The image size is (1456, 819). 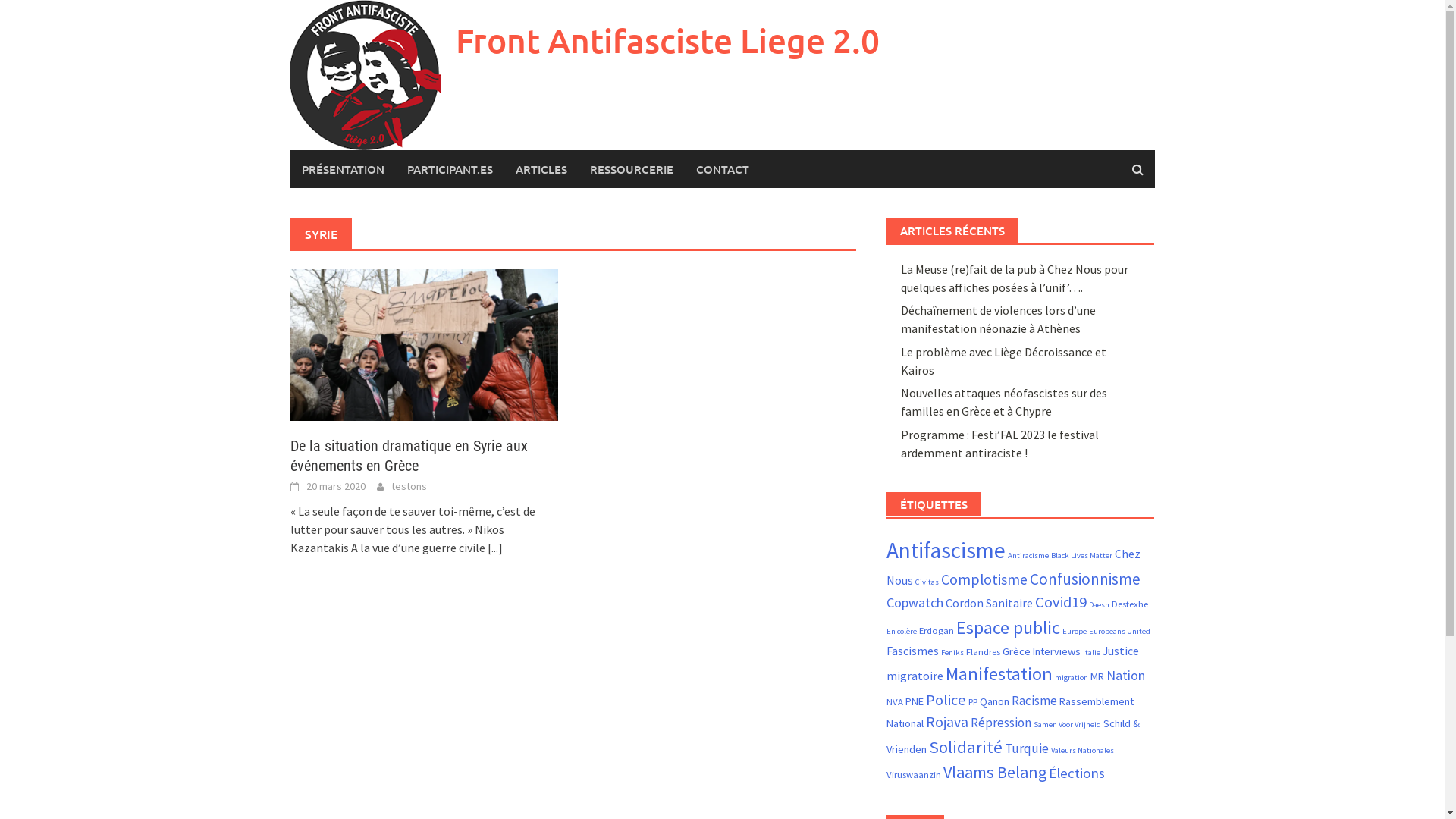 What do you see at coordinates (1008, 627) in the screenshot?
I see `'Espace public'` at bounding box center [1008, 627].